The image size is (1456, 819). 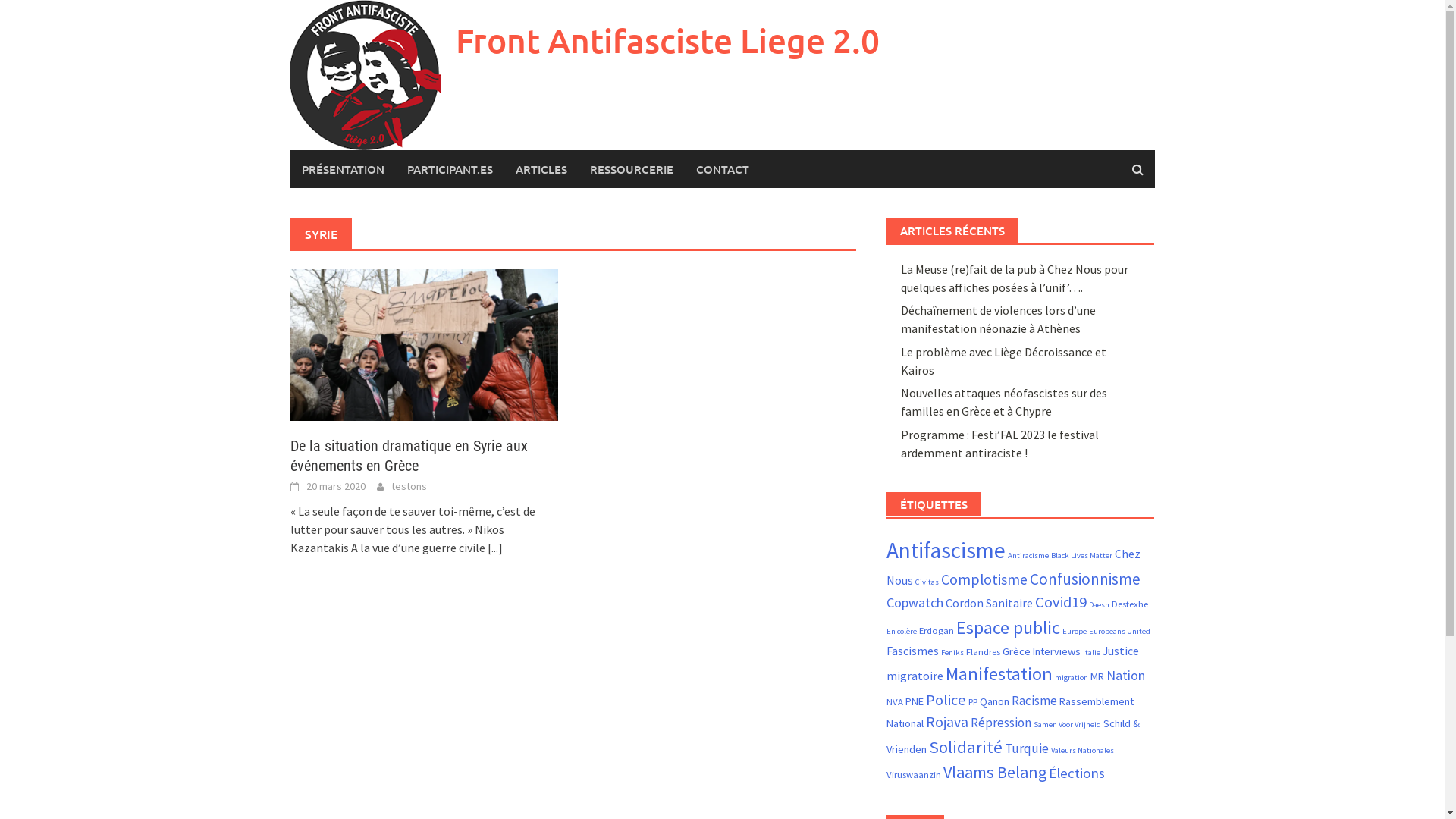 What do you see at coordinates (1008, 627) in the screenshot?
I see `'Espace public'` at bounding box center [1008, 627].